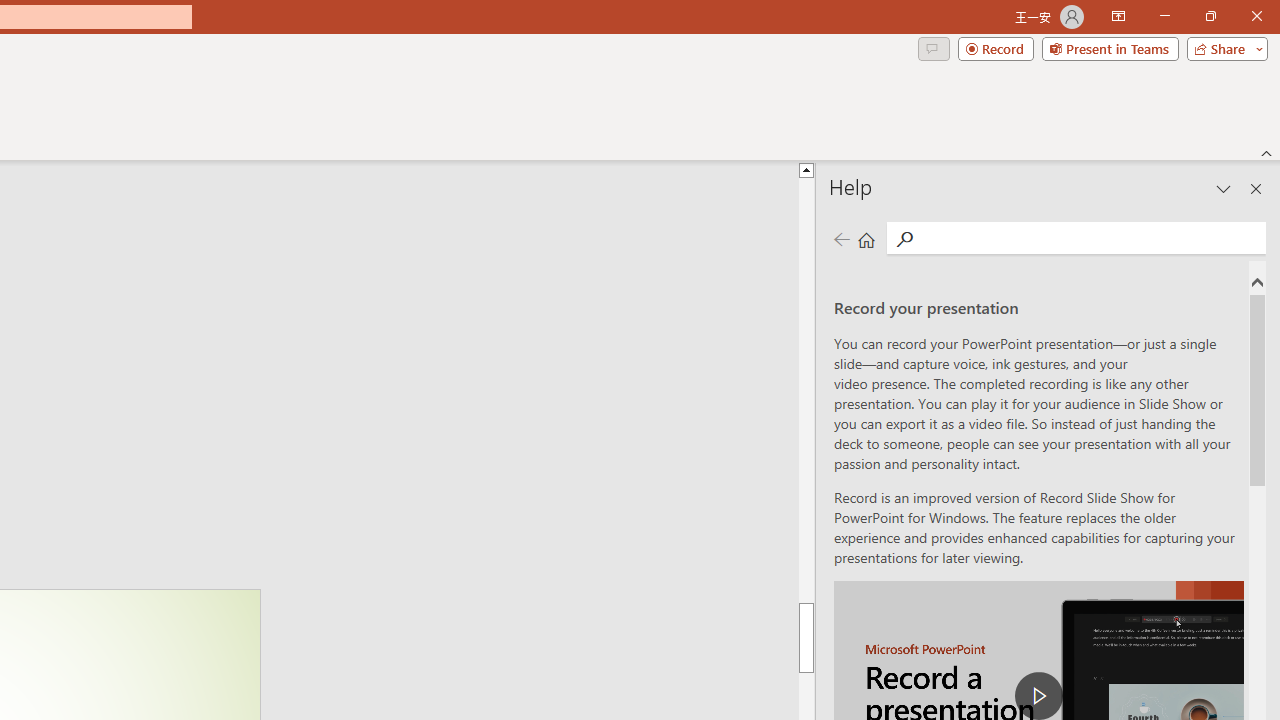 The height and width of the screenshot is (720, 1280). Describe the element at coordinates (841, 238) in the screenshot. I see `'Previous page'` at that location.